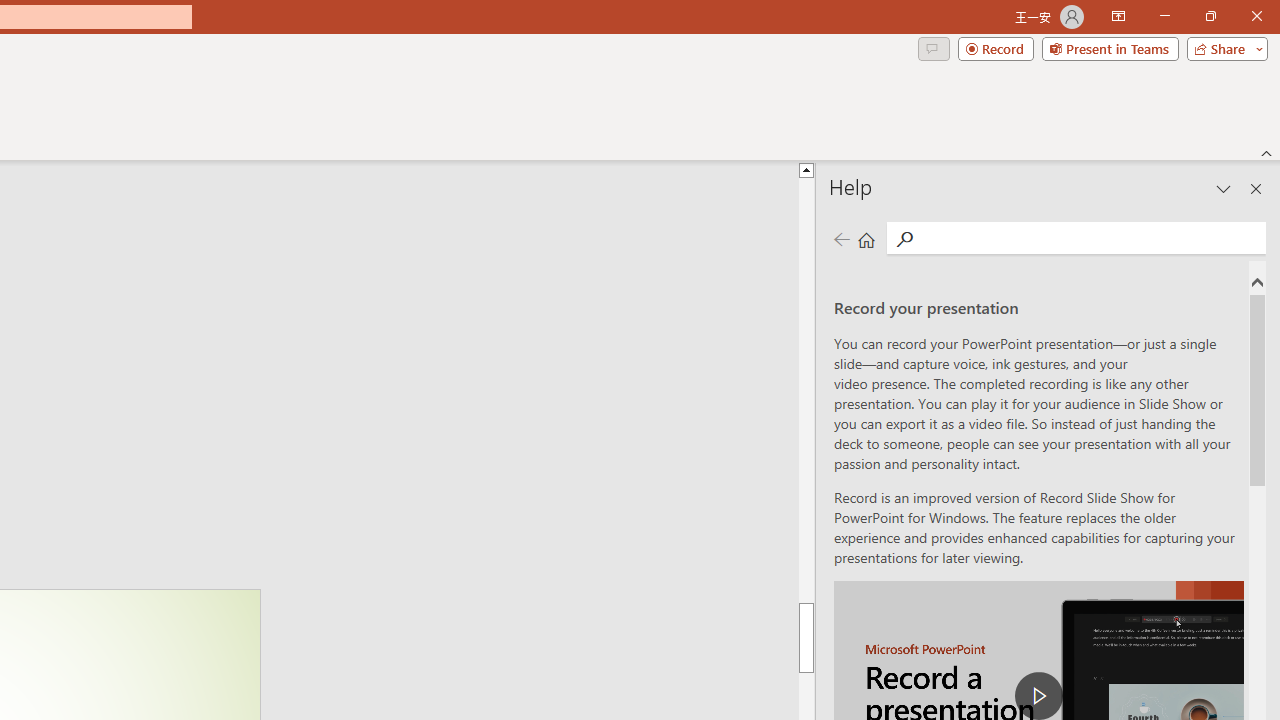 The height and width of the screenshot is (720, 1280). Describe the element at coordinates (841, 238) in the screenshot. I see `'Previous page'` at that location.